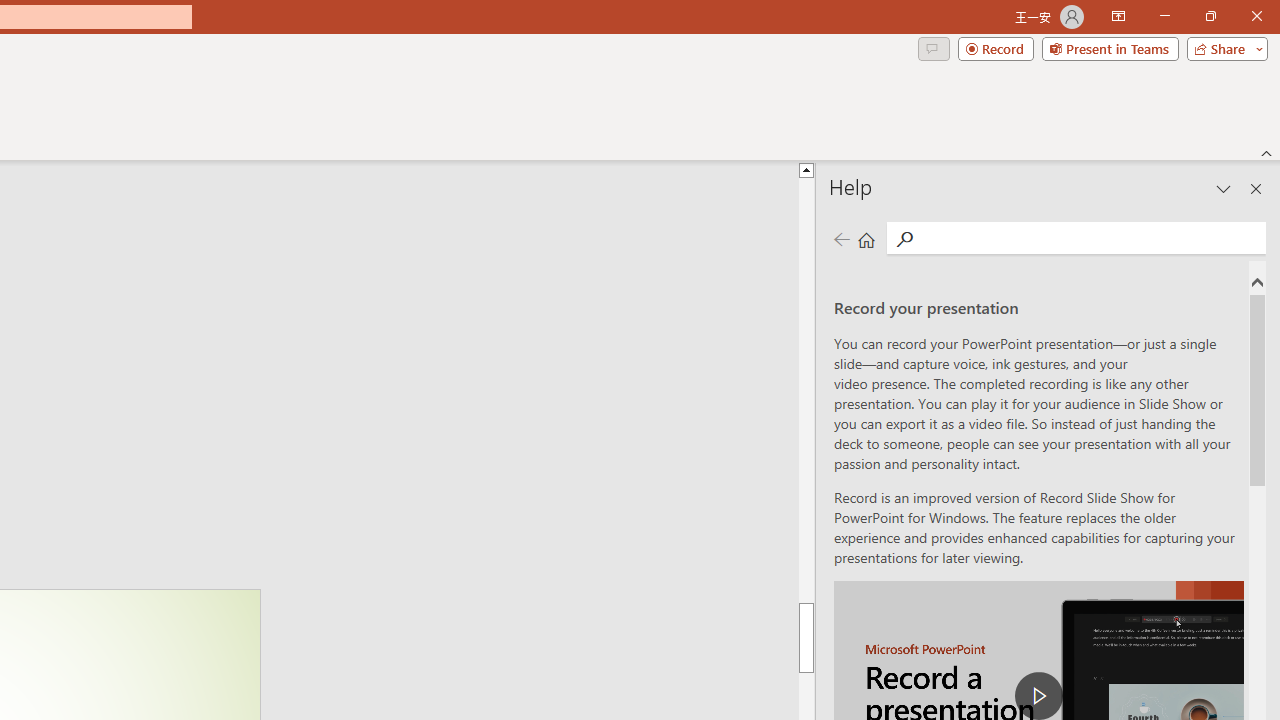 The height and width of the screenshot is (720, 1280). Describe the element at coordinates (841, 238) in the screenshot. I see `'Previous page'` at that location.